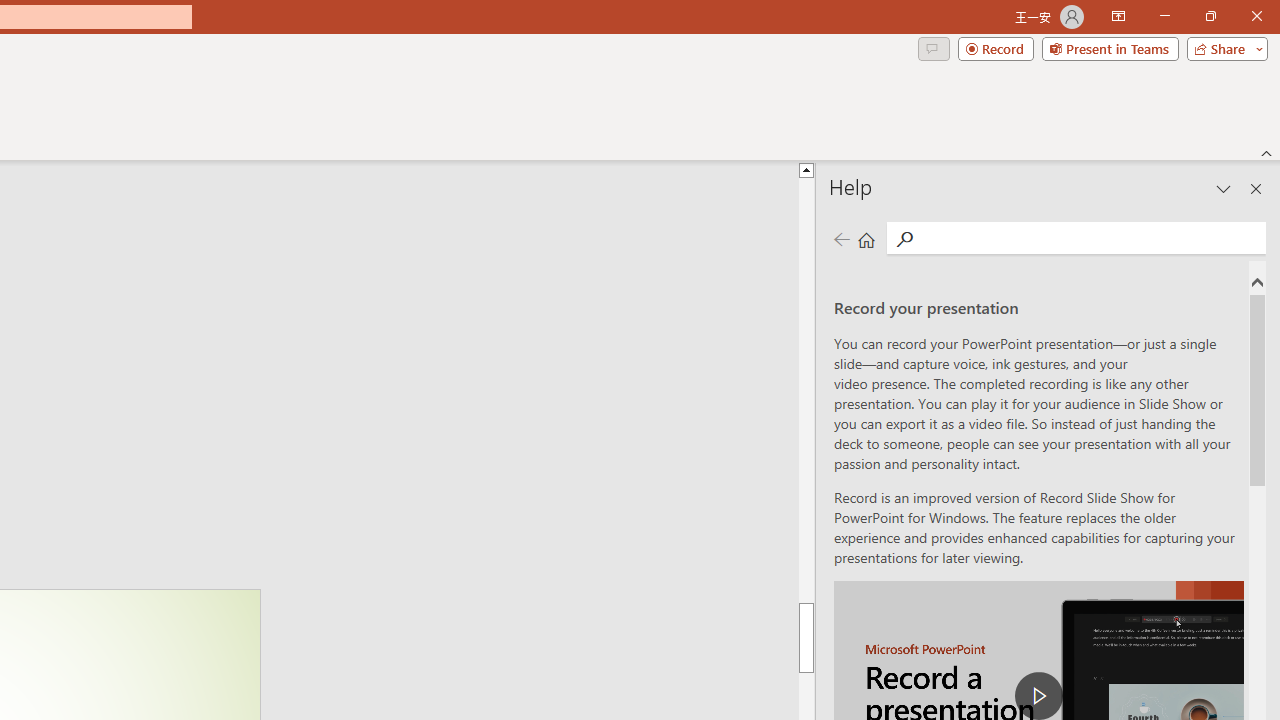 The height and width of the screenshot is (720, 1280). Describe the element at coordinates (841, 238) in the screenshot. I see `'Previous page'` at that location.